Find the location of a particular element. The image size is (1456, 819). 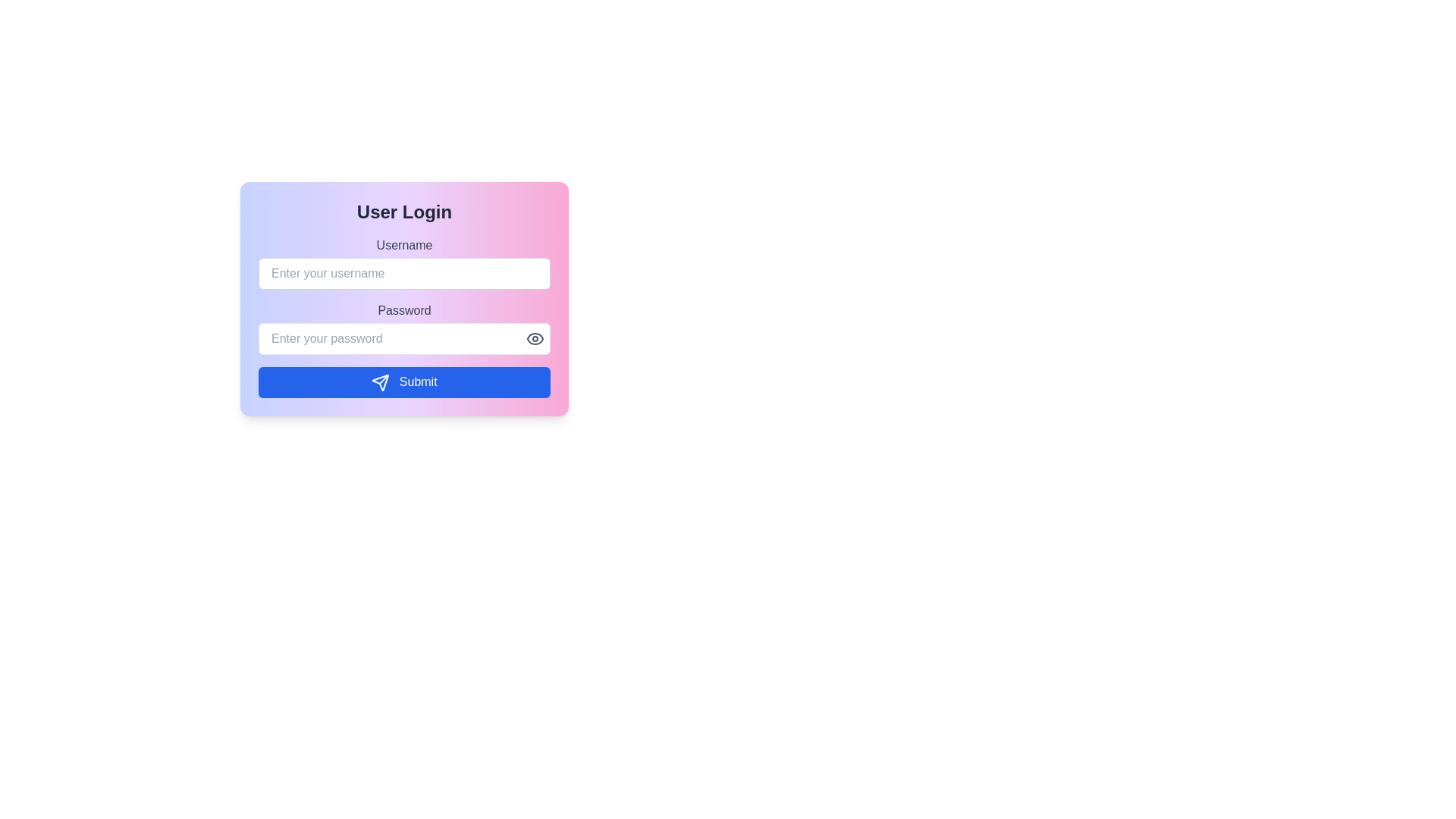

the username text input field located directly below the 'Username' label and above the 'Password' section is located at coordinates (404, 262).